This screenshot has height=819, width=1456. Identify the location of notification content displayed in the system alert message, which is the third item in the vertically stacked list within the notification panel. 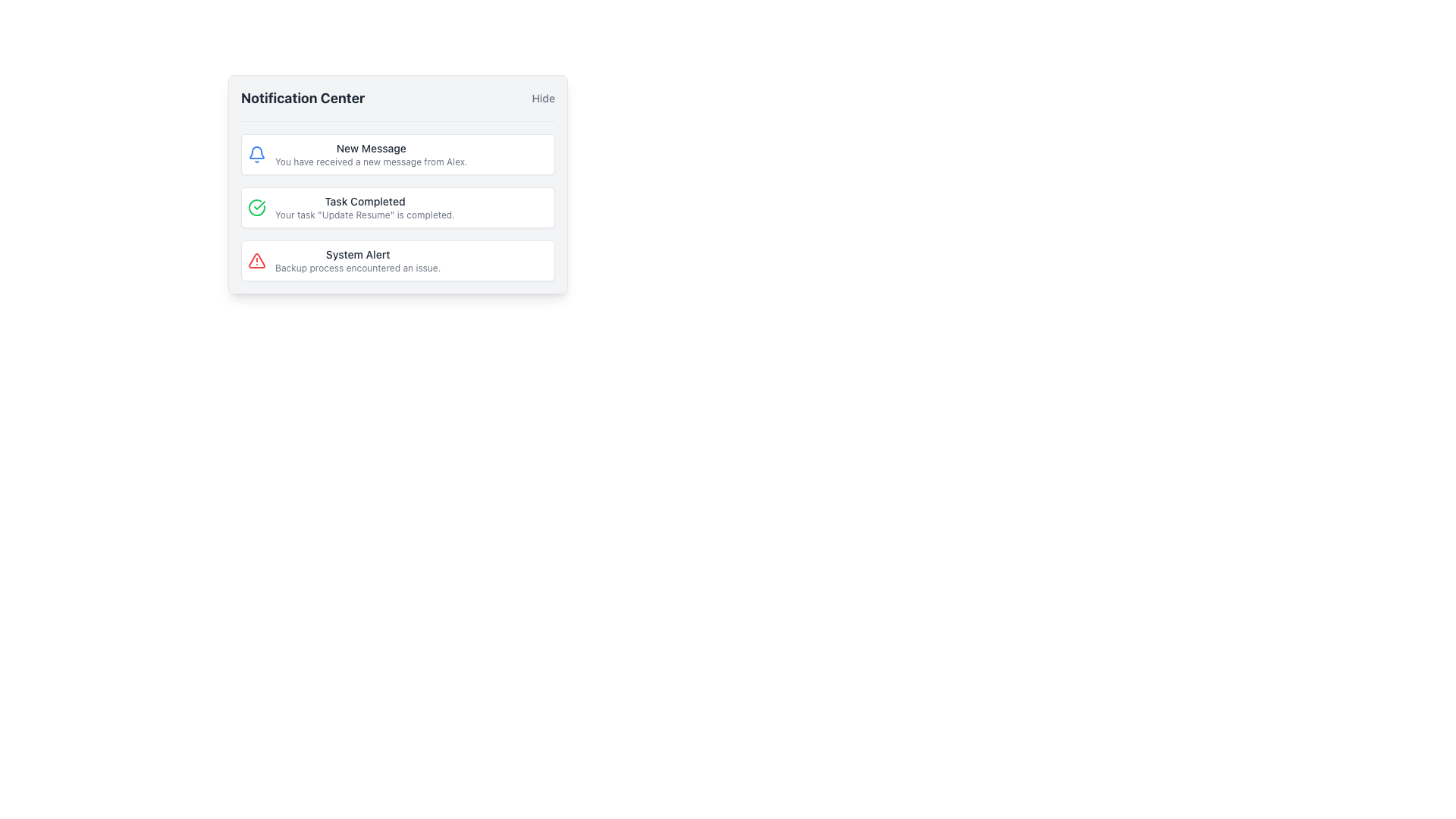
(357, 259).